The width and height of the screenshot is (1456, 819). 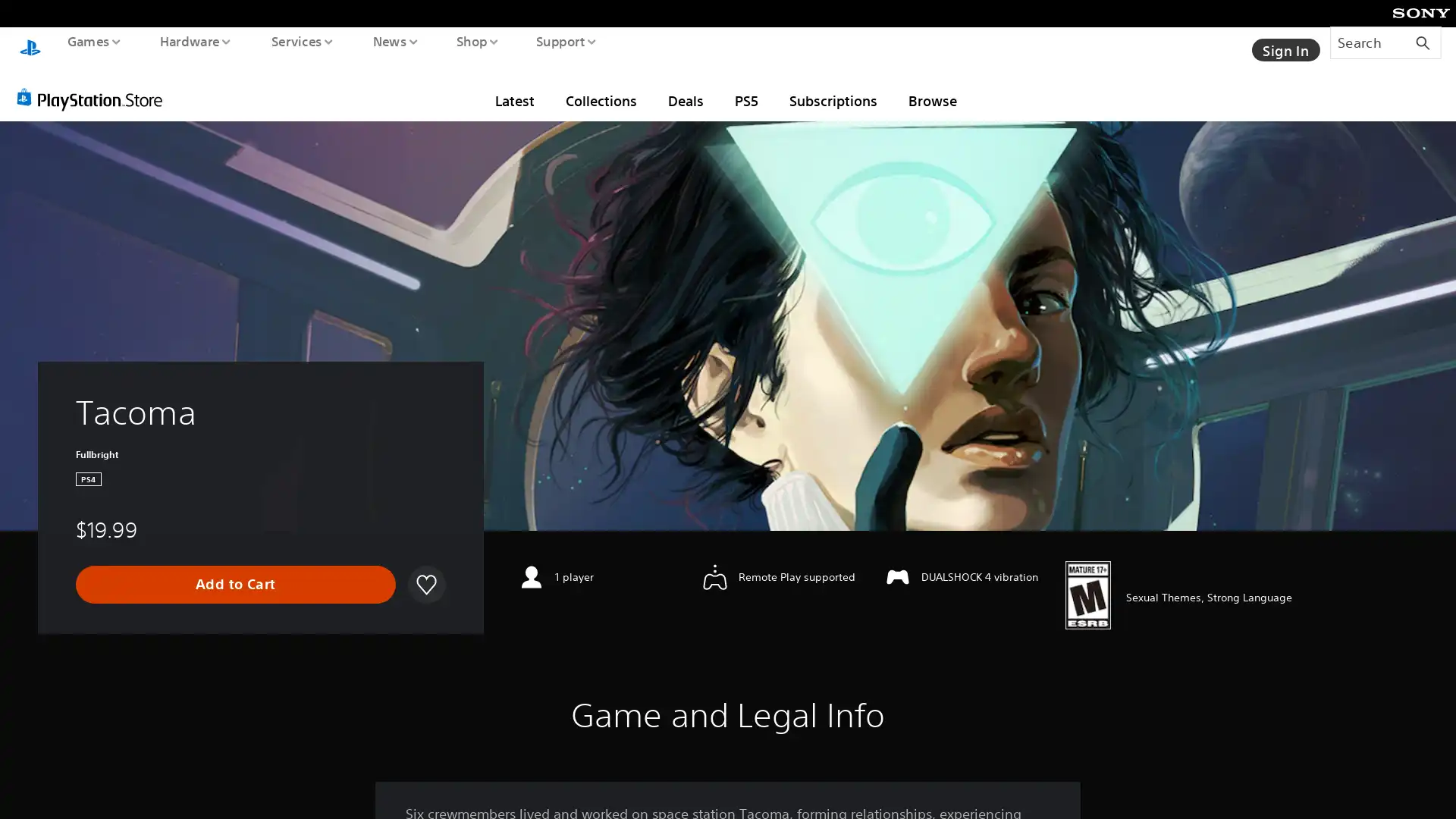 I want to click on Add to Wishlist, so click(x=425, y=570).